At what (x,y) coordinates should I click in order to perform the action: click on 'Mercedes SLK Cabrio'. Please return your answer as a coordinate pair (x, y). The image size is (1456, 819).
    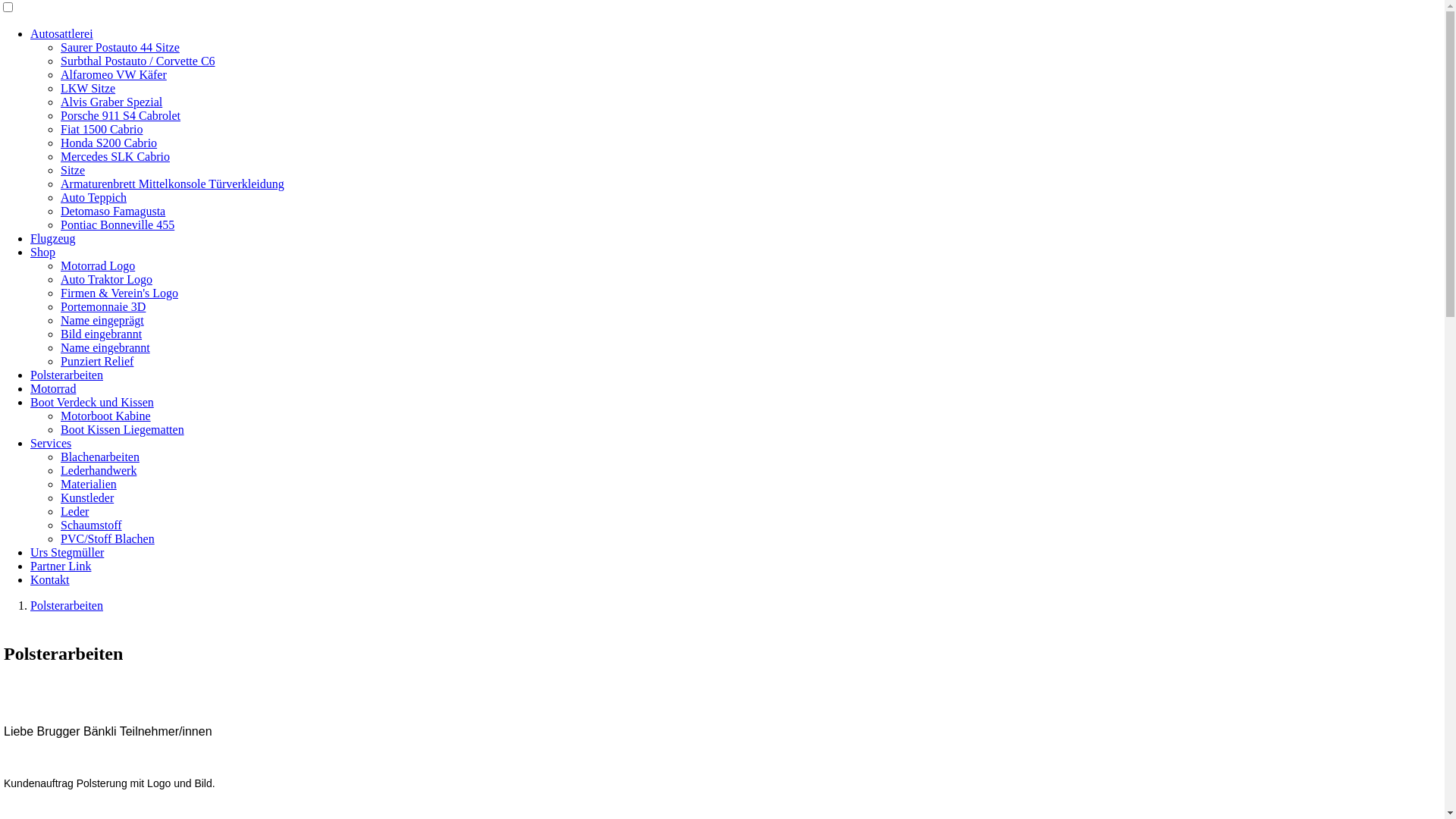
    Looking at the image, I should click on (115, 156).